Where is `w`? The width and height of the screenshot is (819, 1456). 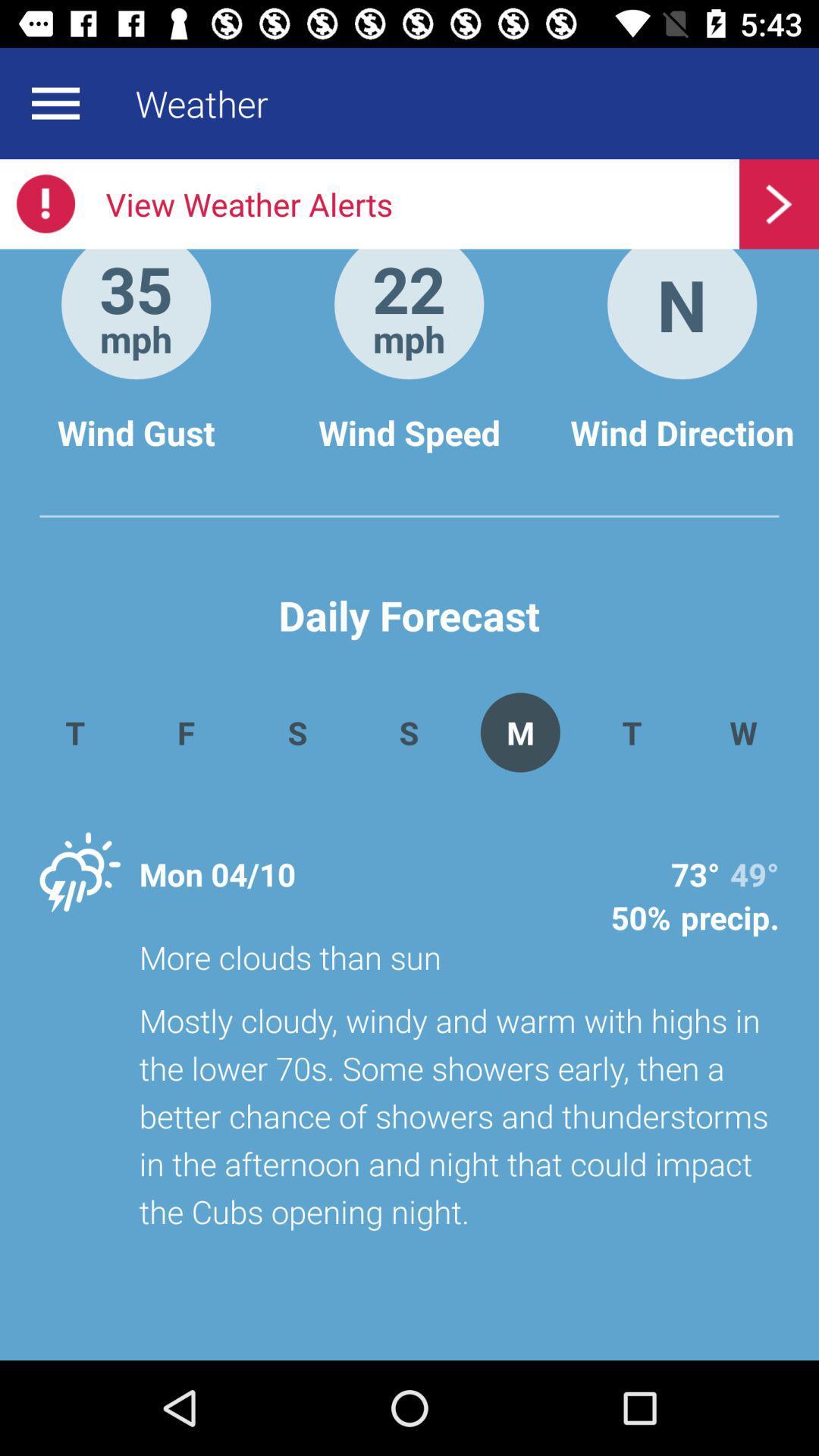 w is located at coordinates (742, 733).